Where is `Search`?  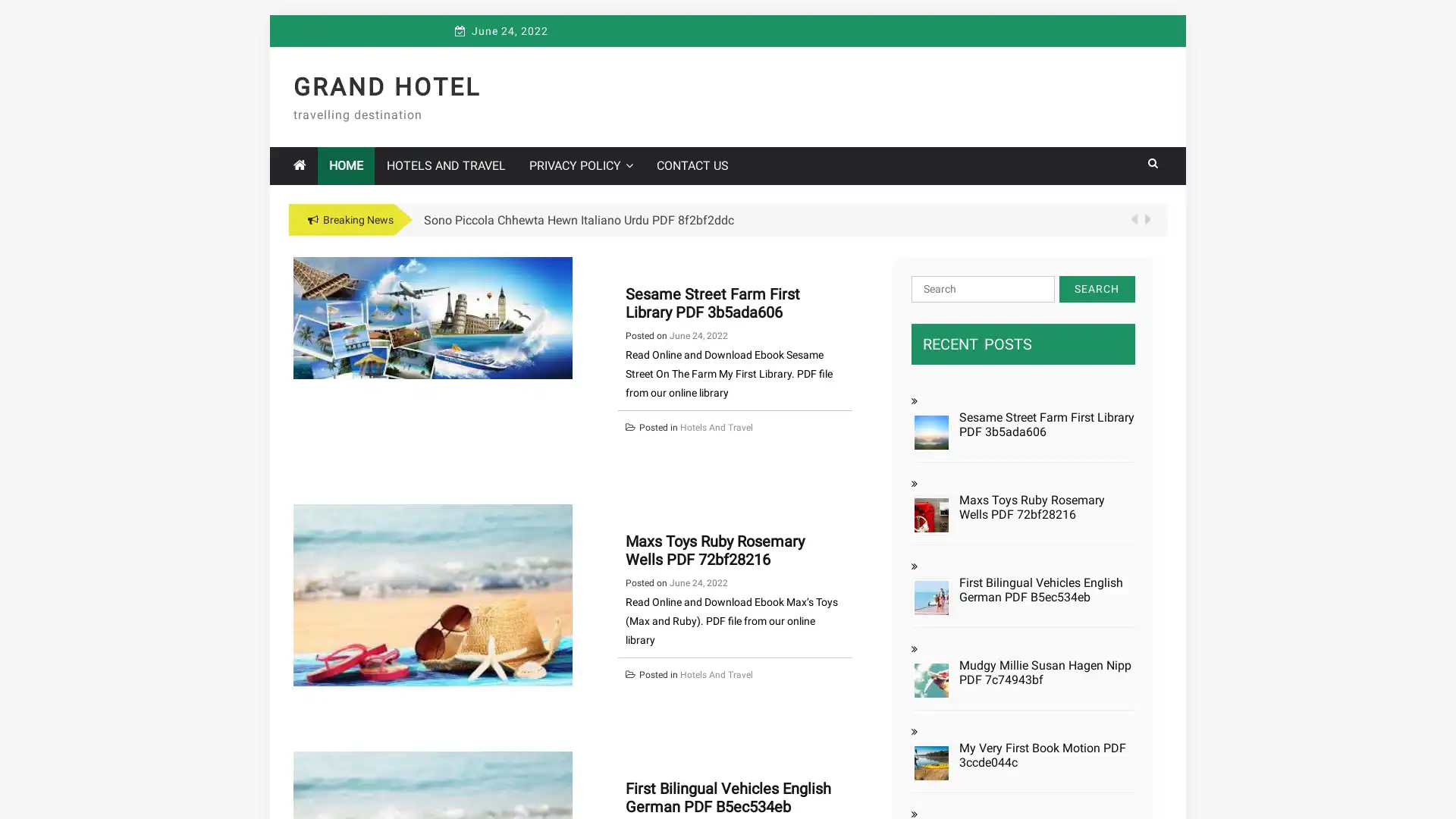
Search is located at coordinates (1096, 288).